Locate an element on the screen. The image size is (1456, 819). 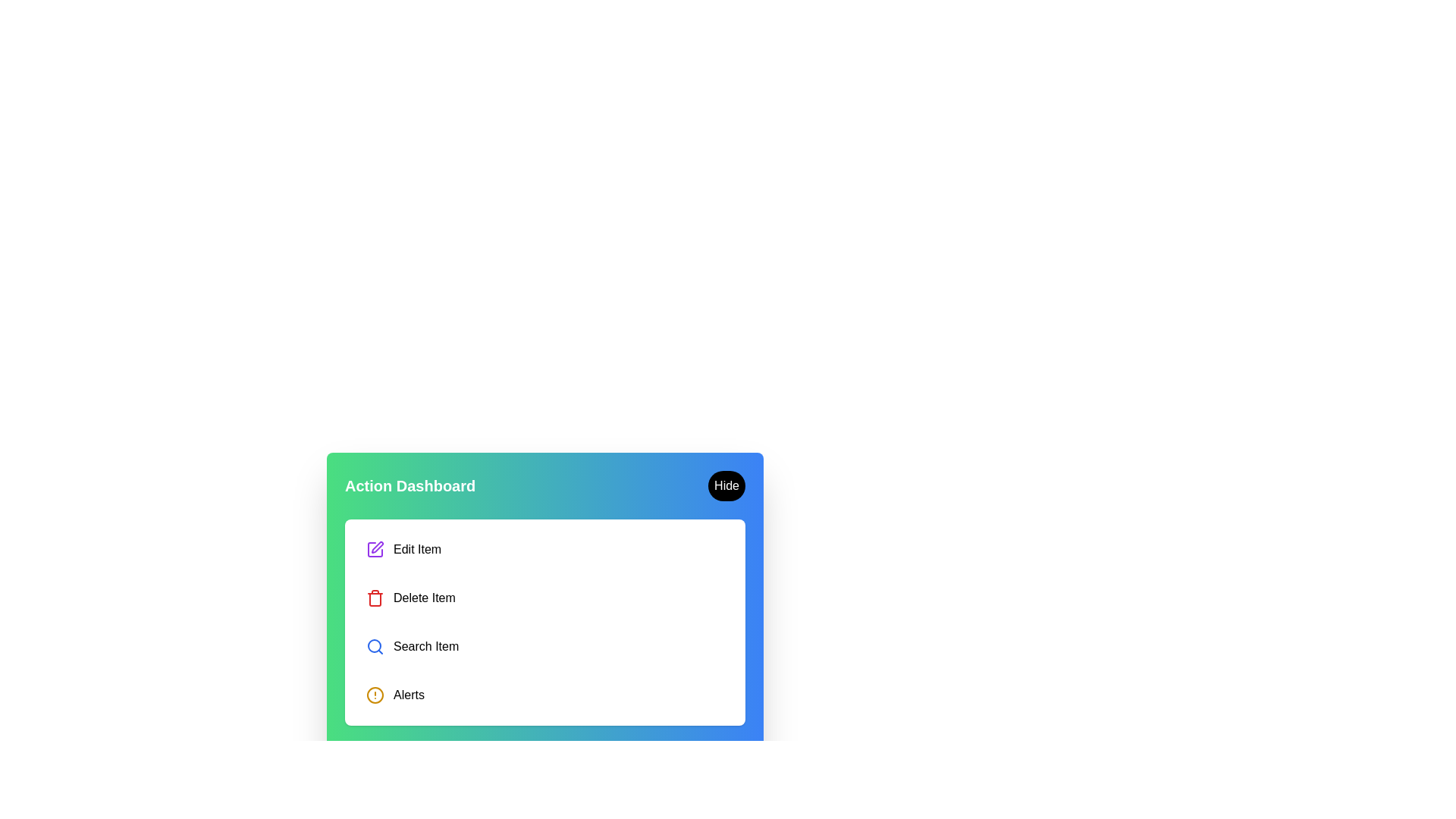
the circular icon with an alert symbol and yellow outer circle located in the fourth position of the list in the 'Action Dashboard' card is located at coordinates (375, 695).